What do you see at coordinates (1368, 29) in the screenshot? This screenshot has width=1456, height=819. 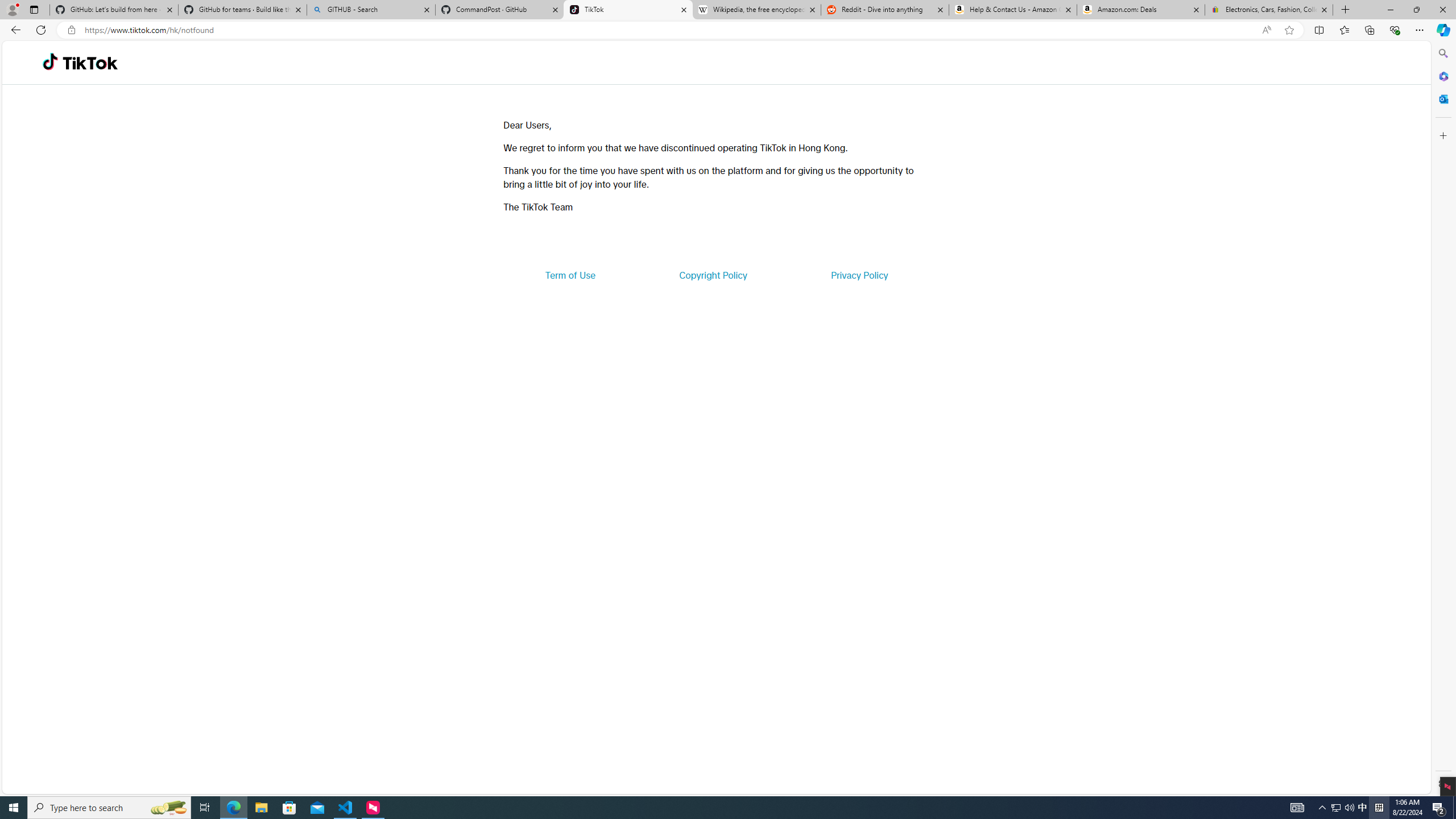 I see `'Collections'` at bounding box center [1368, 29].